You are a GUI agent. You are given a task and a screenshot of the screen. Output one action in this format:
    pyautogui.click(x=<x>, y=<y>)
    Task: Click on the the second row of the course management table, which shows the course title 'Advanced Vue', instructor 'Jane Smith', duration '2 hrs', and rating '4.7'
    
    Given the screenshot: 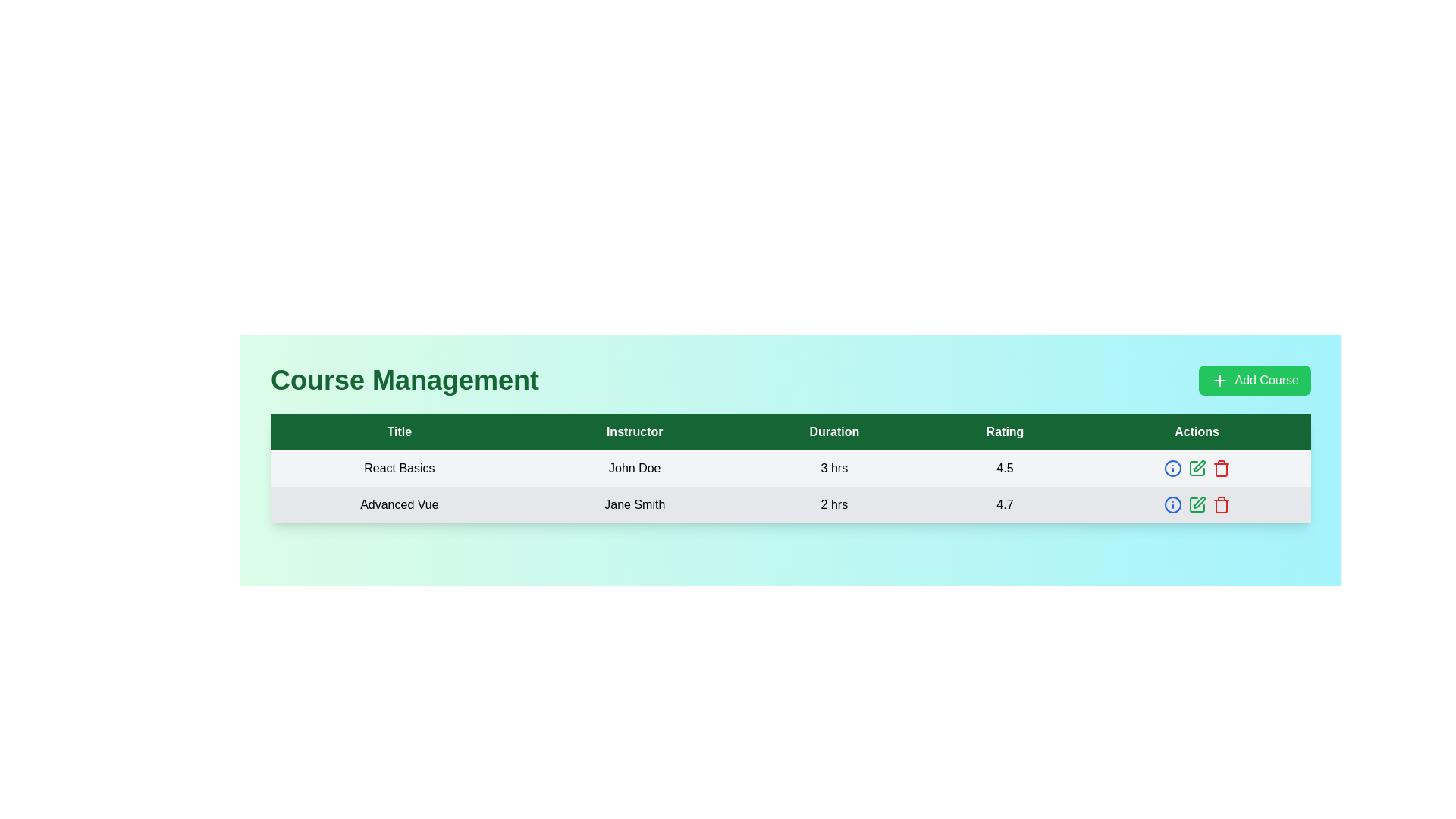 What is the action you would take?
    pyautogui.click(x=789, y=505)
    